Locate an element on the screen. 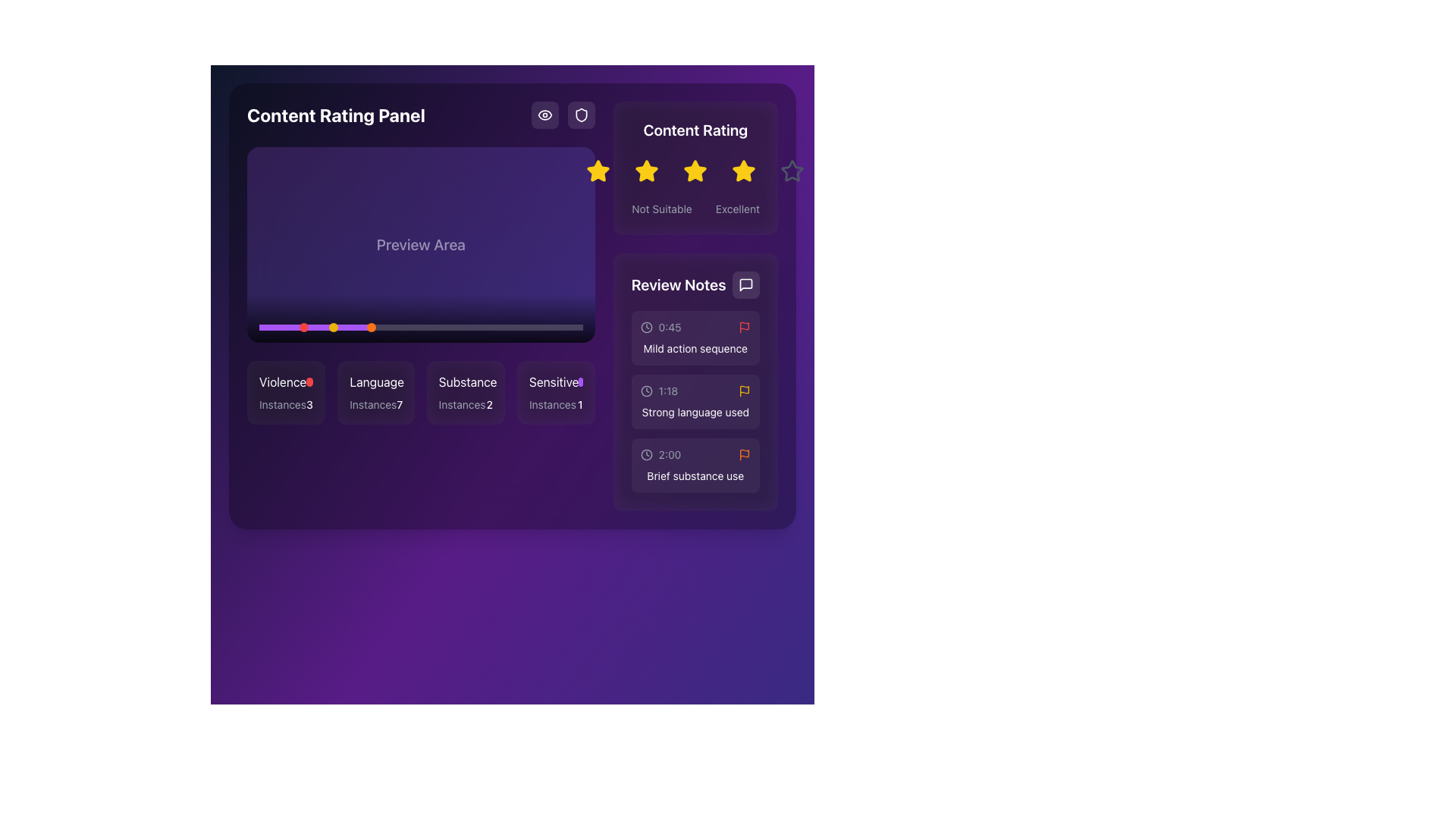 The width and height of the screenshot is (1456, 819). the message bubble icon in the Review Notes section, located in the top-right corner of the panel, adjacent to timestamps and descriptions is located at coordinates (745, 284).